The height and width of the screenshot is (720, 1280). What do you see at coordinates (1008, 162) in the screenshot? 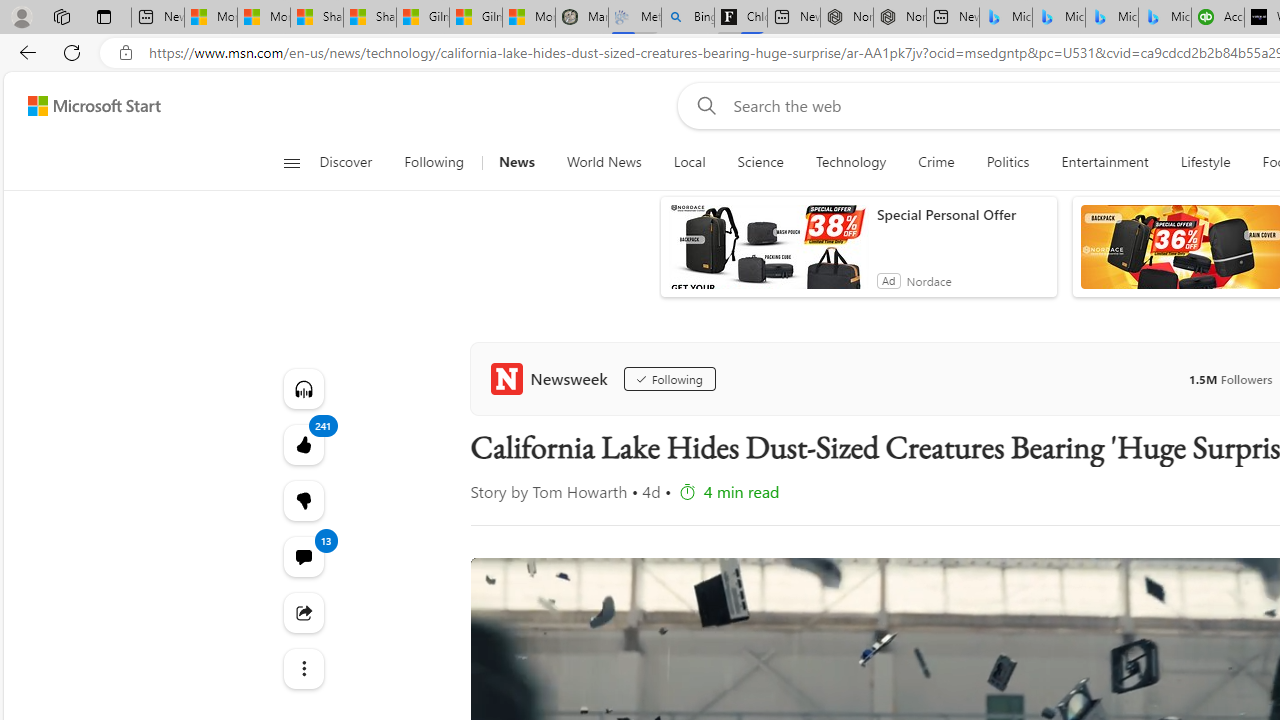
I see `'Politics'` at bounding box center [1008, 162].